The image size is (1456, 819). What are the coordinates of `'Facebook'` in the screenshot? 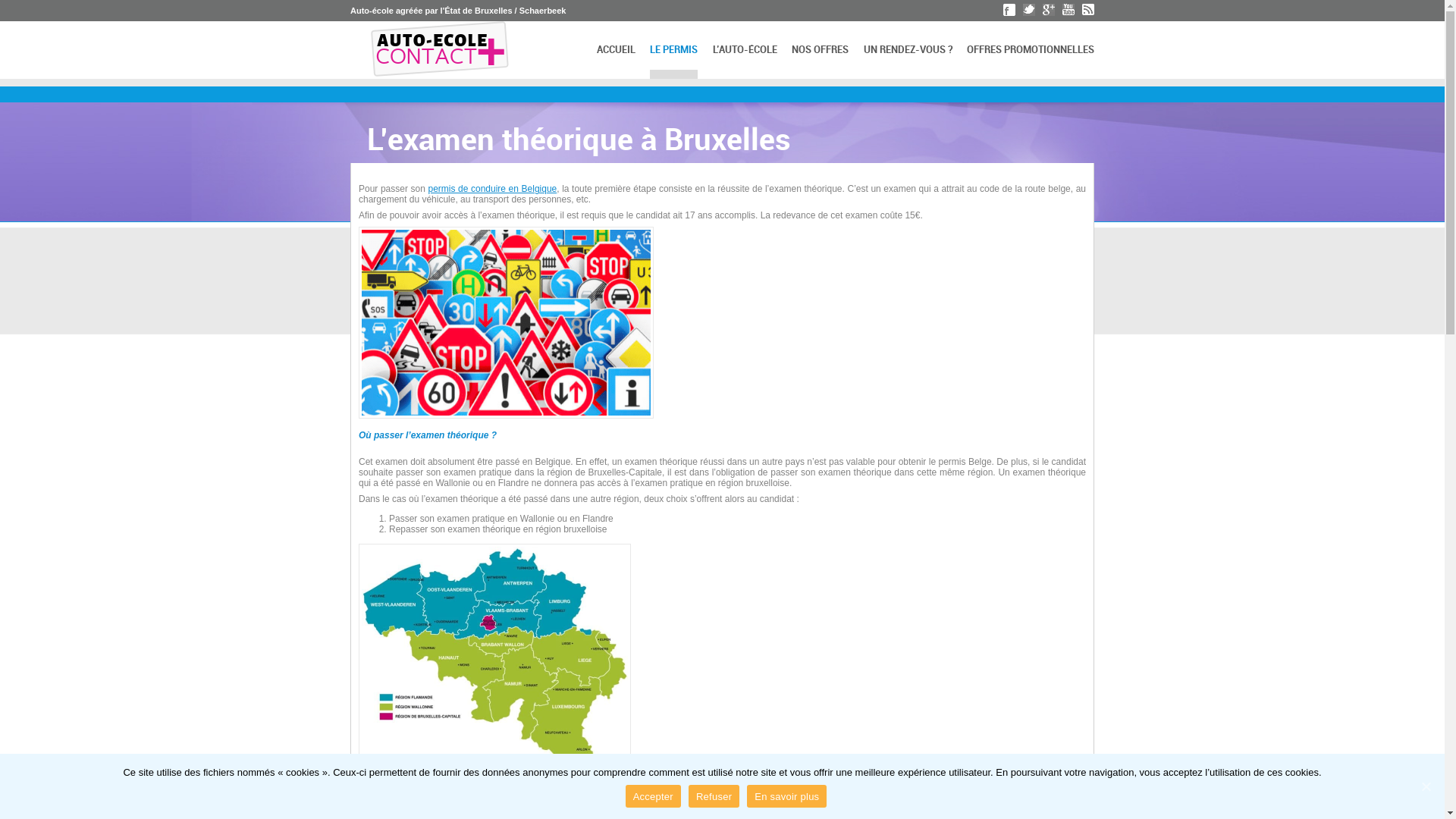 It's located at (1009, 9).